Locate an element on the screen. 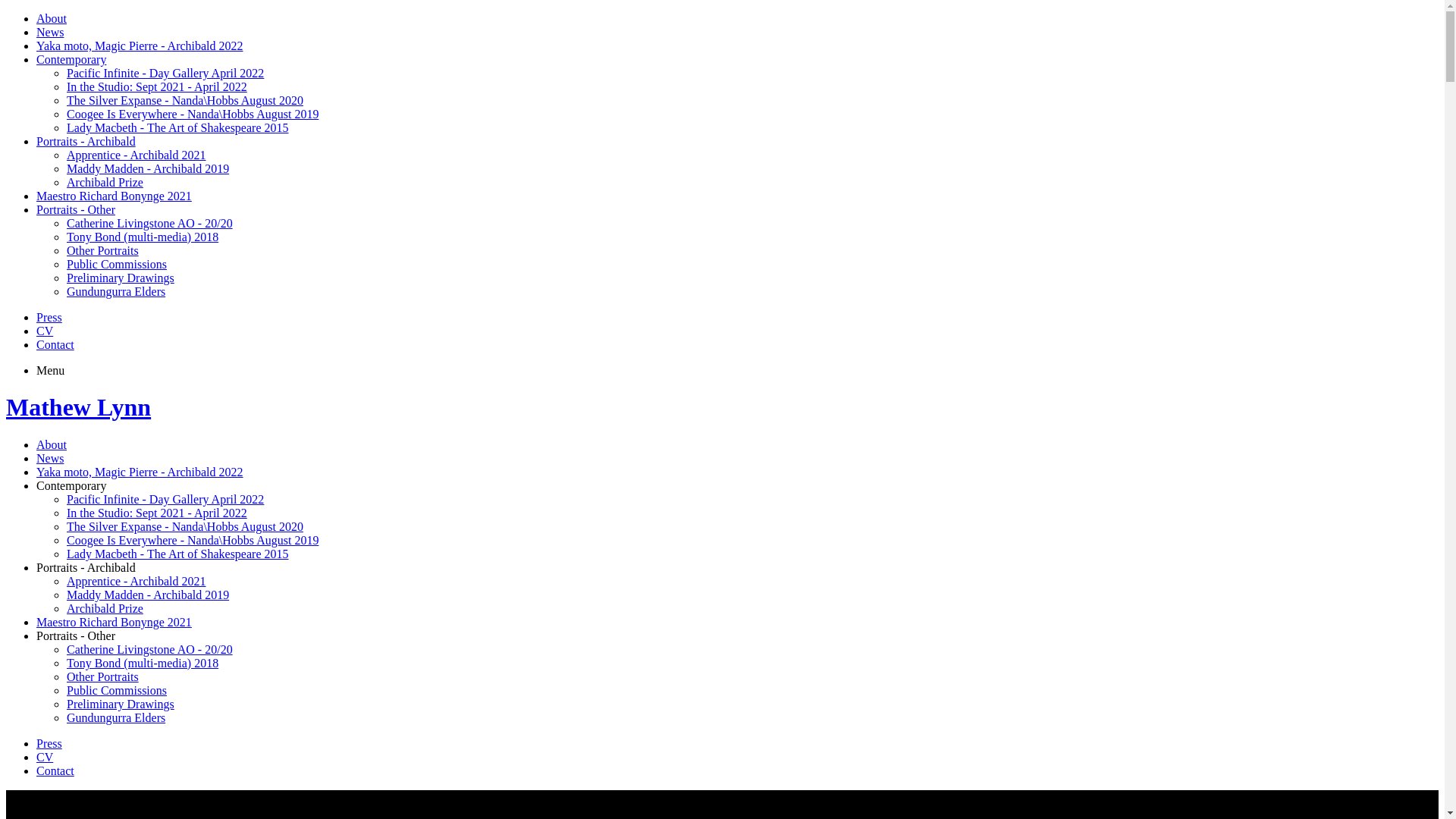  'Portraits - Archibald' is located at coordinates (36, 567).